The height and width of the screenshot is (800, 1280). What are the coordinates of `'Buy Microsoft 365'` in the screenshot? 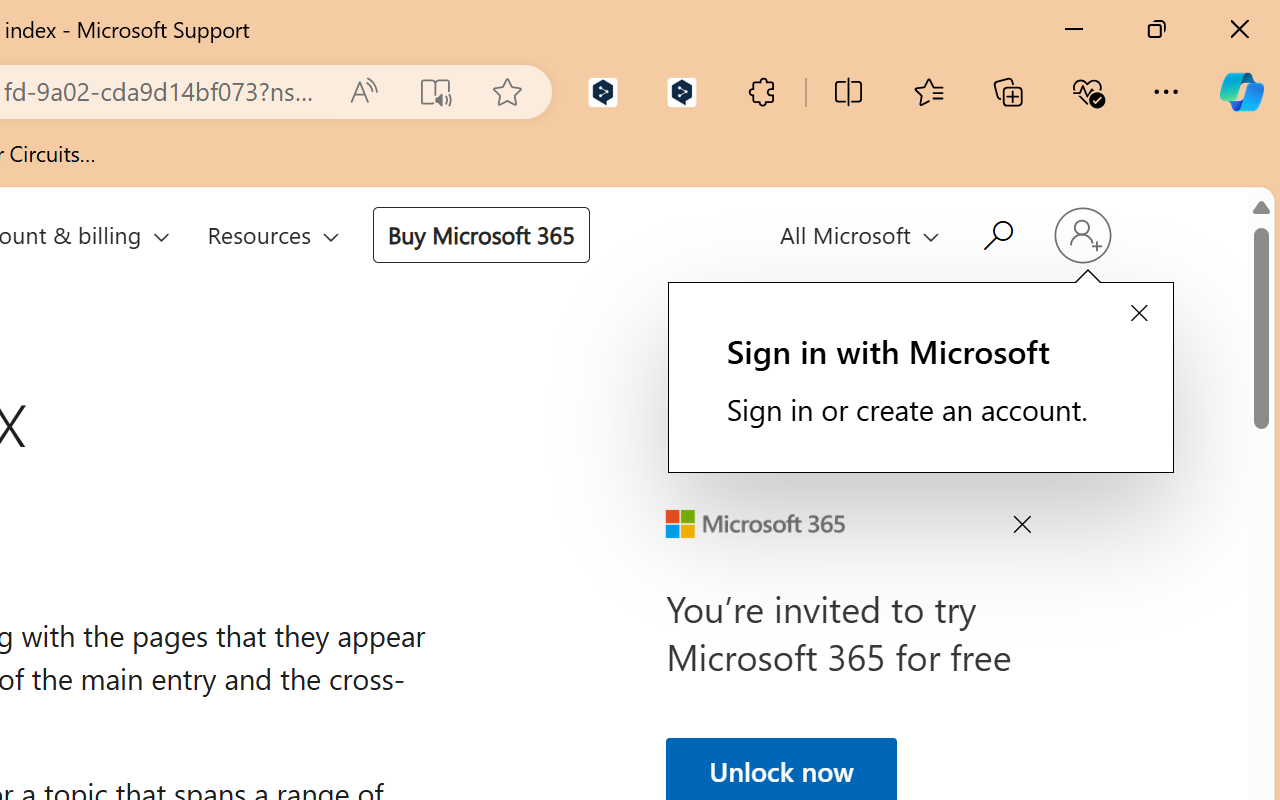 It's located at (480, 233).